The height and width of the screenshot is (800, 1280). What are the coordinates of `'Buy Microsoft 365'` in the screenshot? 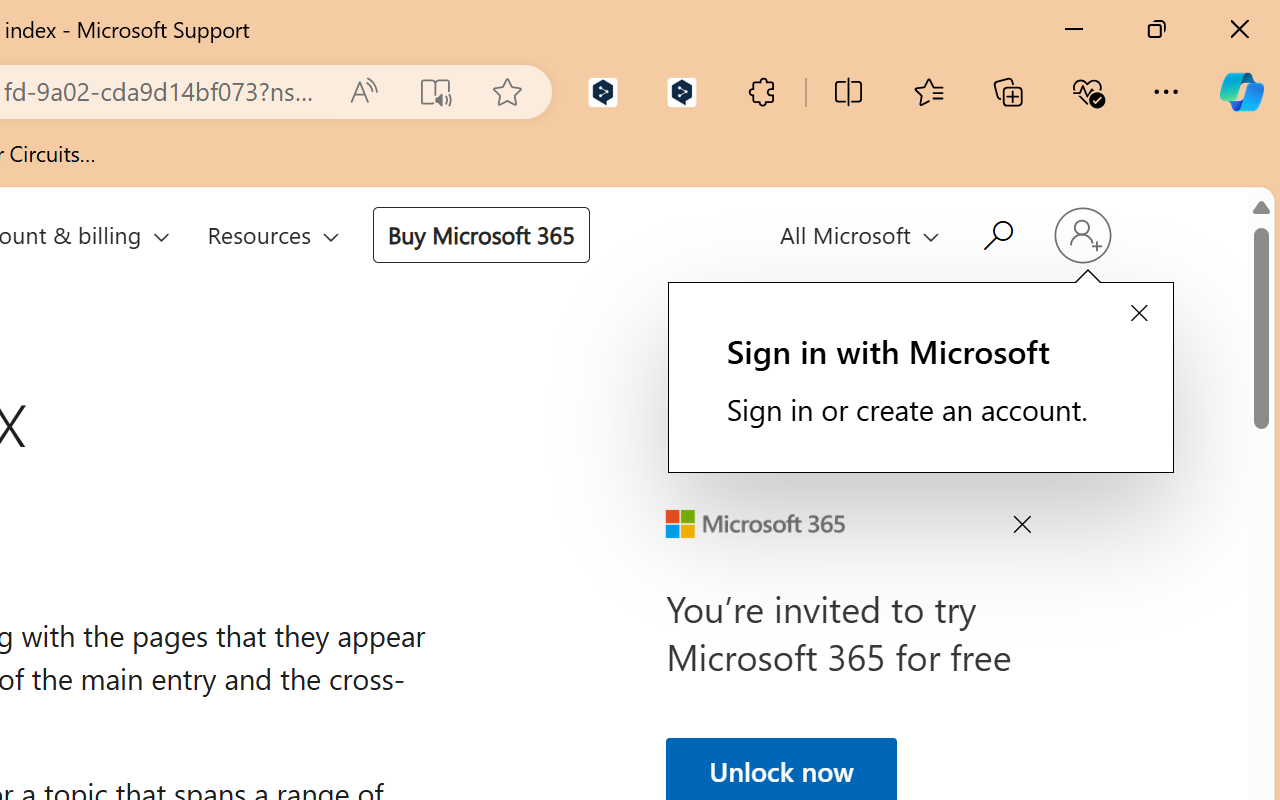 It's located at (480, 233).